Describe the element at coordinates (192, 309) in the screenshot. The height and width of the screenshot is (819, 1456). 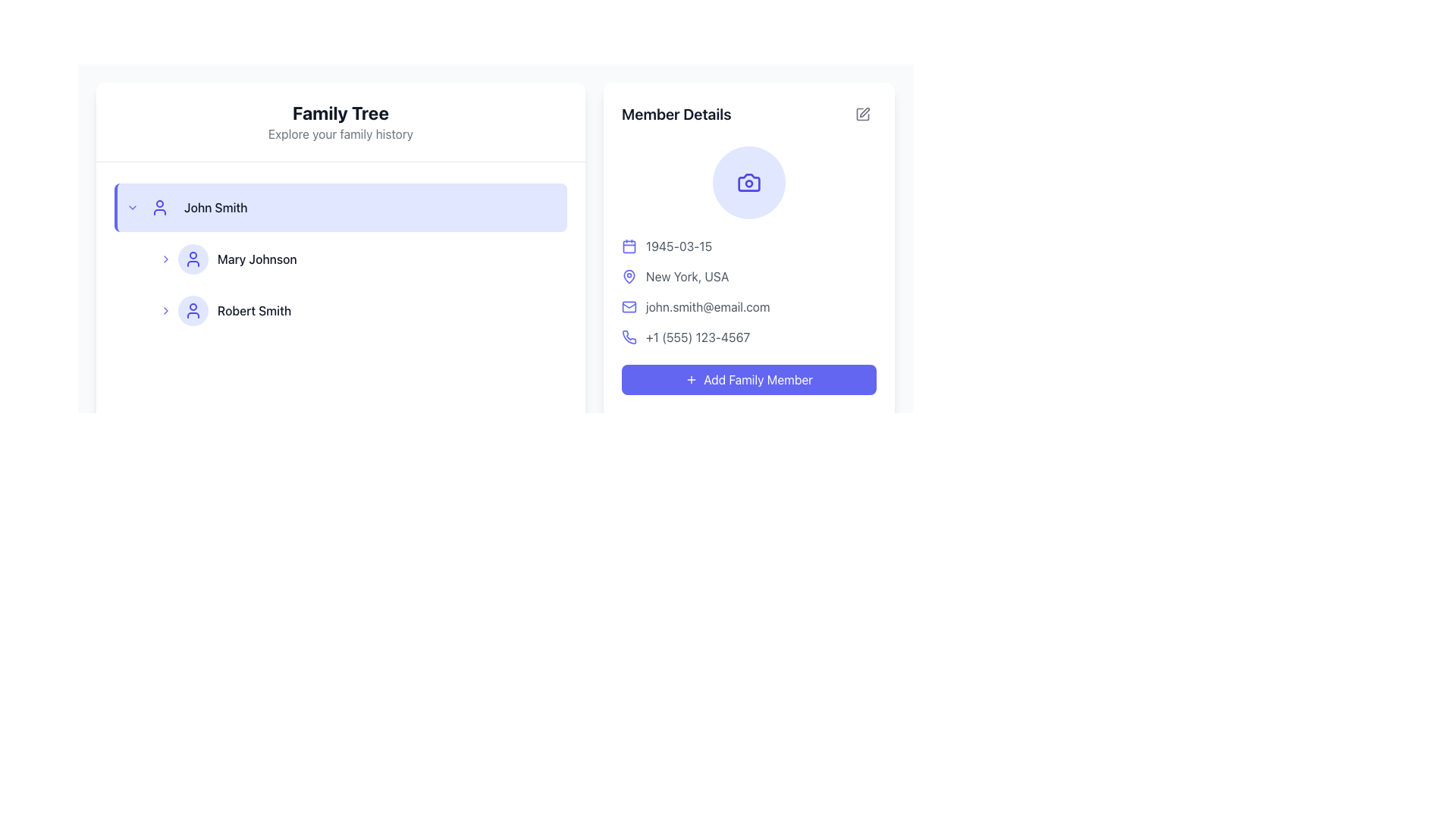
I see `the user profile icon for 'Robert Smith', which is located in the left sidebar, aligned with the text to its right and positioned at the bottom of the list items` at that location.